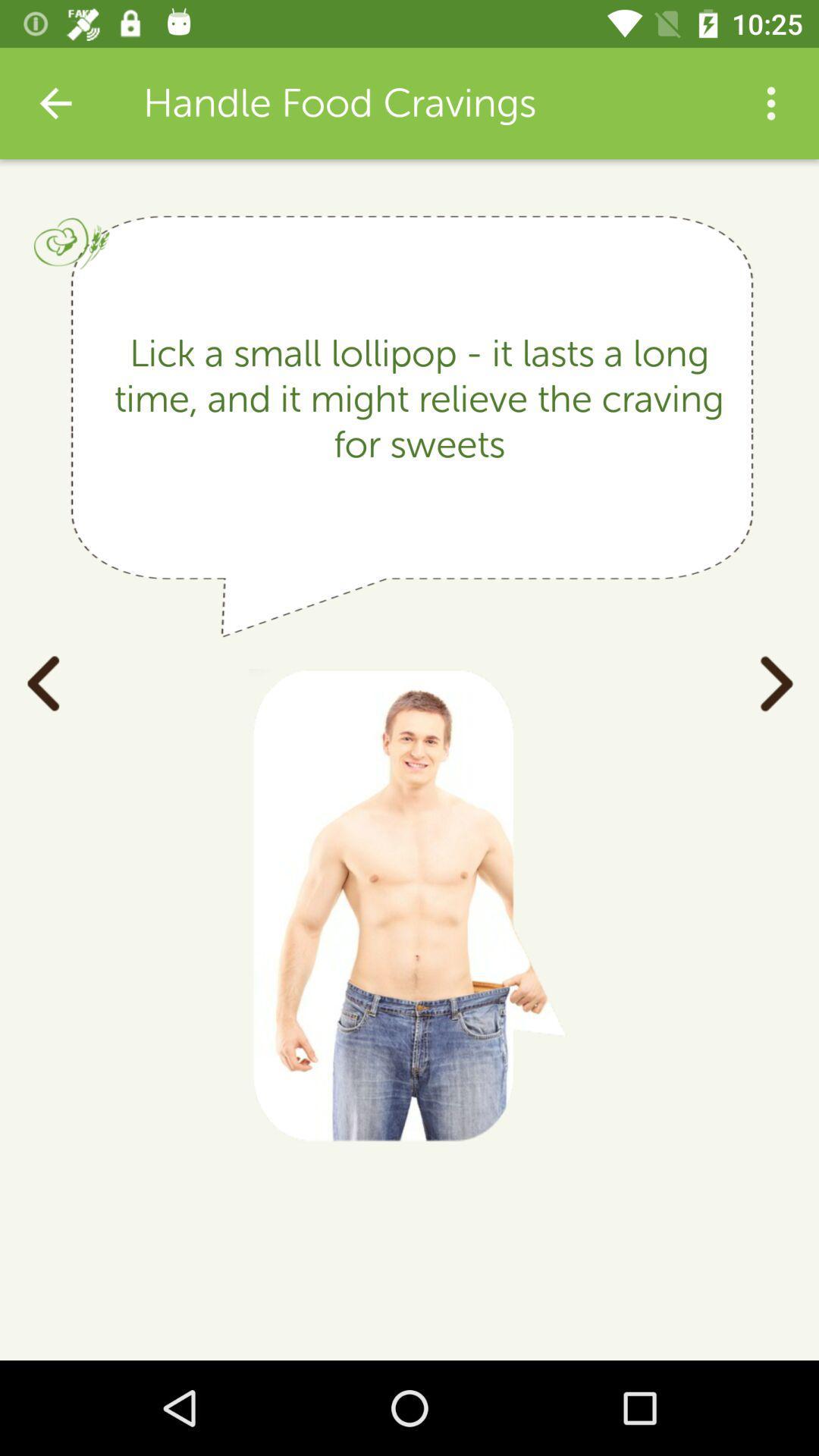 The image size is (819, 1456). I want to click on app to the left of the handle food cravings item, so click(55, 102).